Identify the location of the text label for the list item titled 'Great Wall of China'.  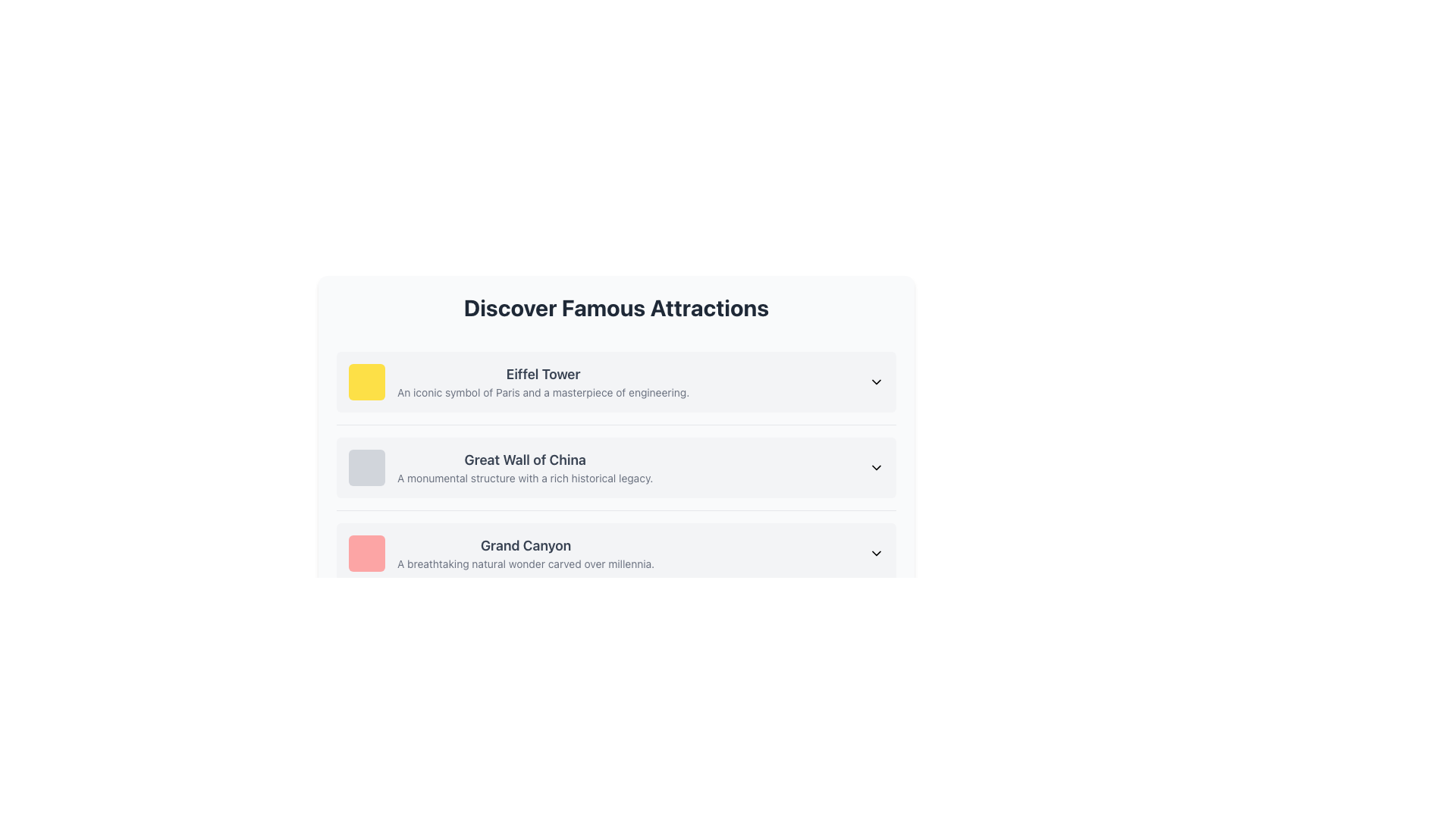
(525, 459).